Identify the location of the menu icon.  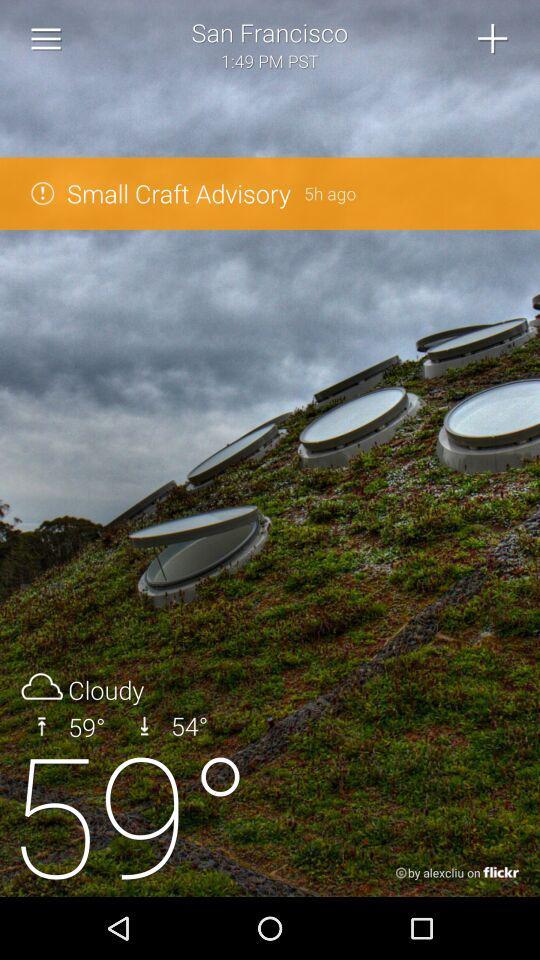
(46, 41).